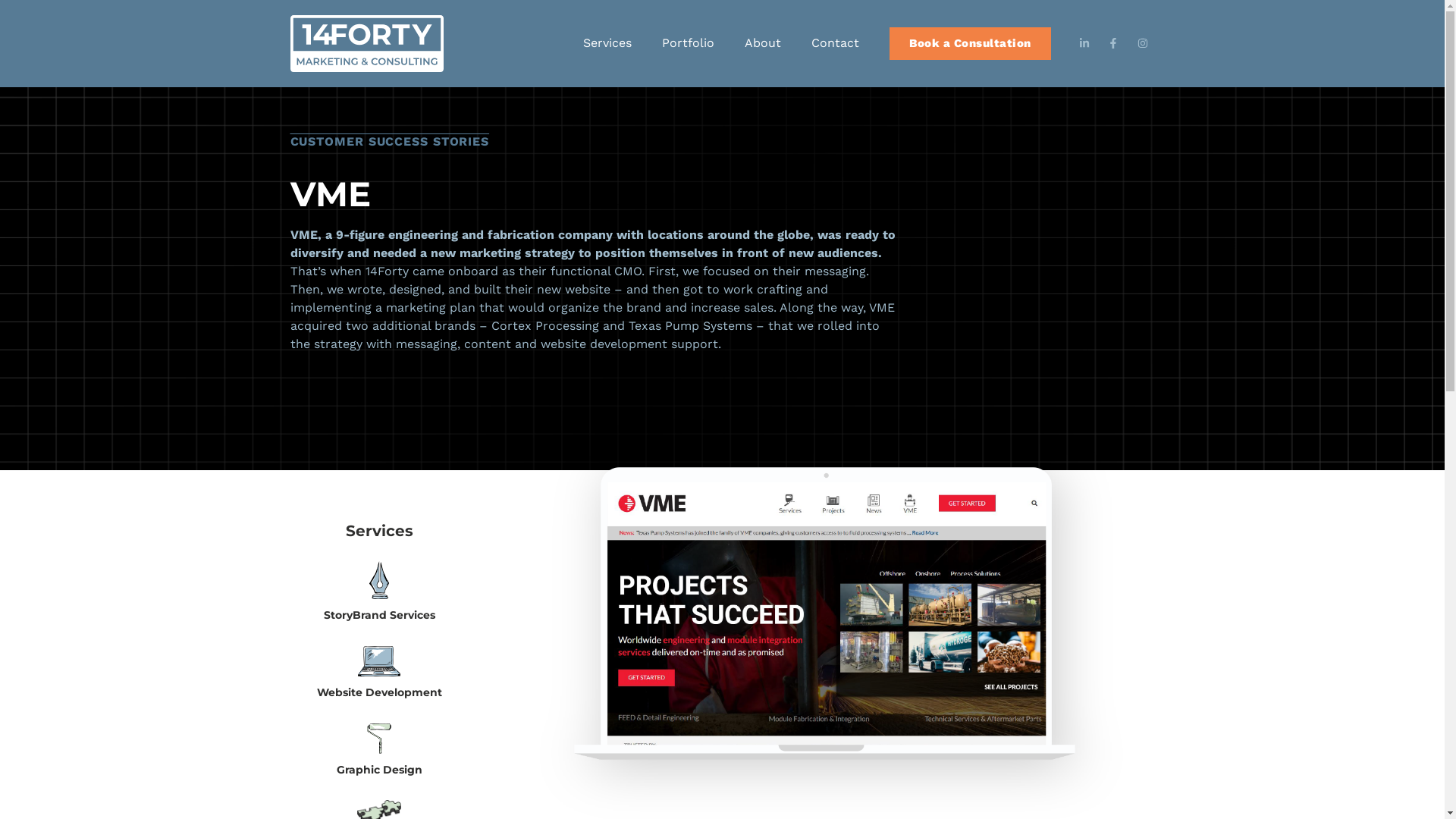 The width and height of the screenshot is (1456, 819). Describe the element at coordinates (834, 42) in the screenshot. I see `'Contact'` at that location.